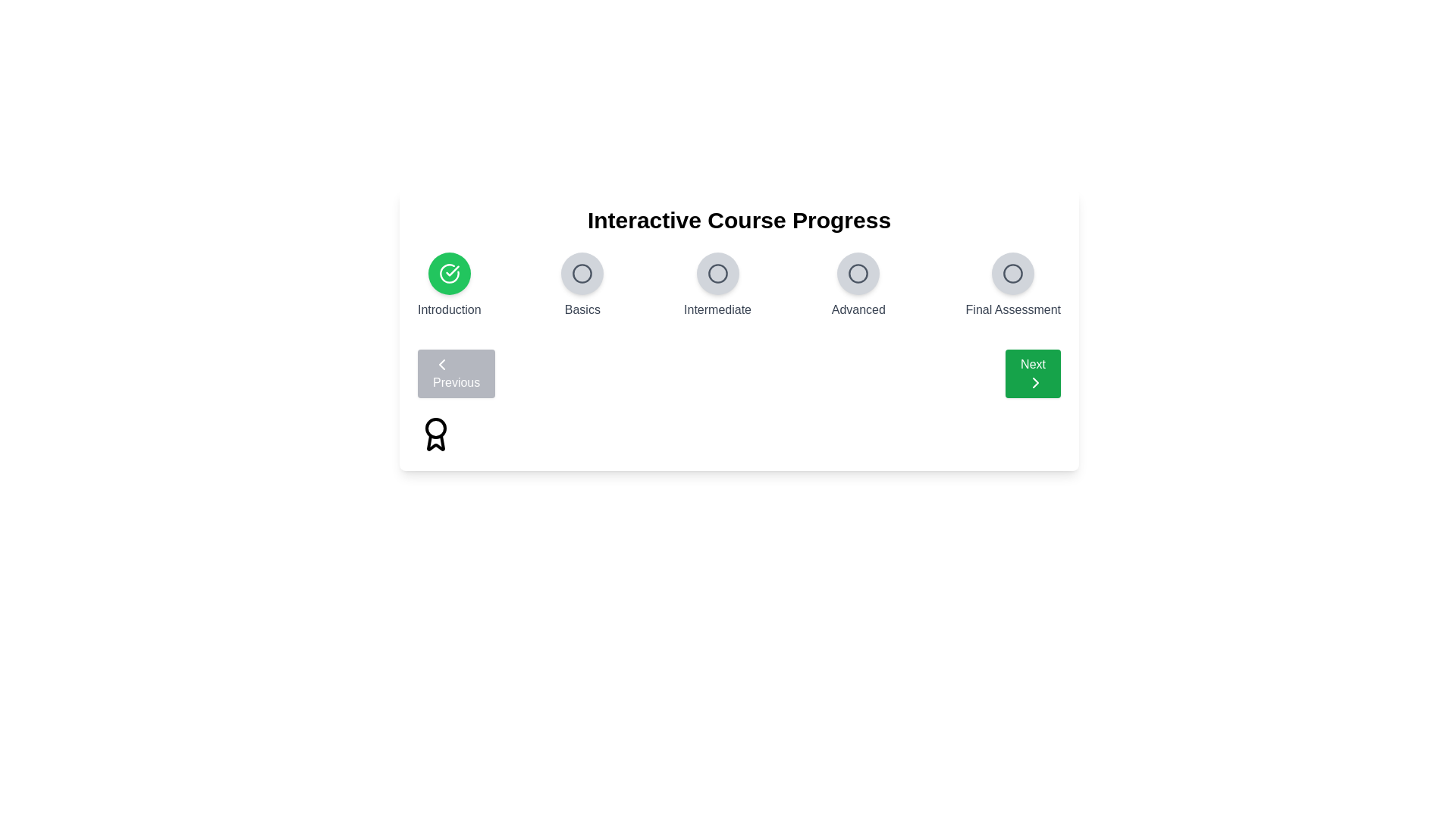  What do you see at coordinates (858, 286) in the screenshot?
I see `the fourth progress indicator labeled 'Advanced' in the 'Interactive Course Progress' section` at bounding box center [858, 286].